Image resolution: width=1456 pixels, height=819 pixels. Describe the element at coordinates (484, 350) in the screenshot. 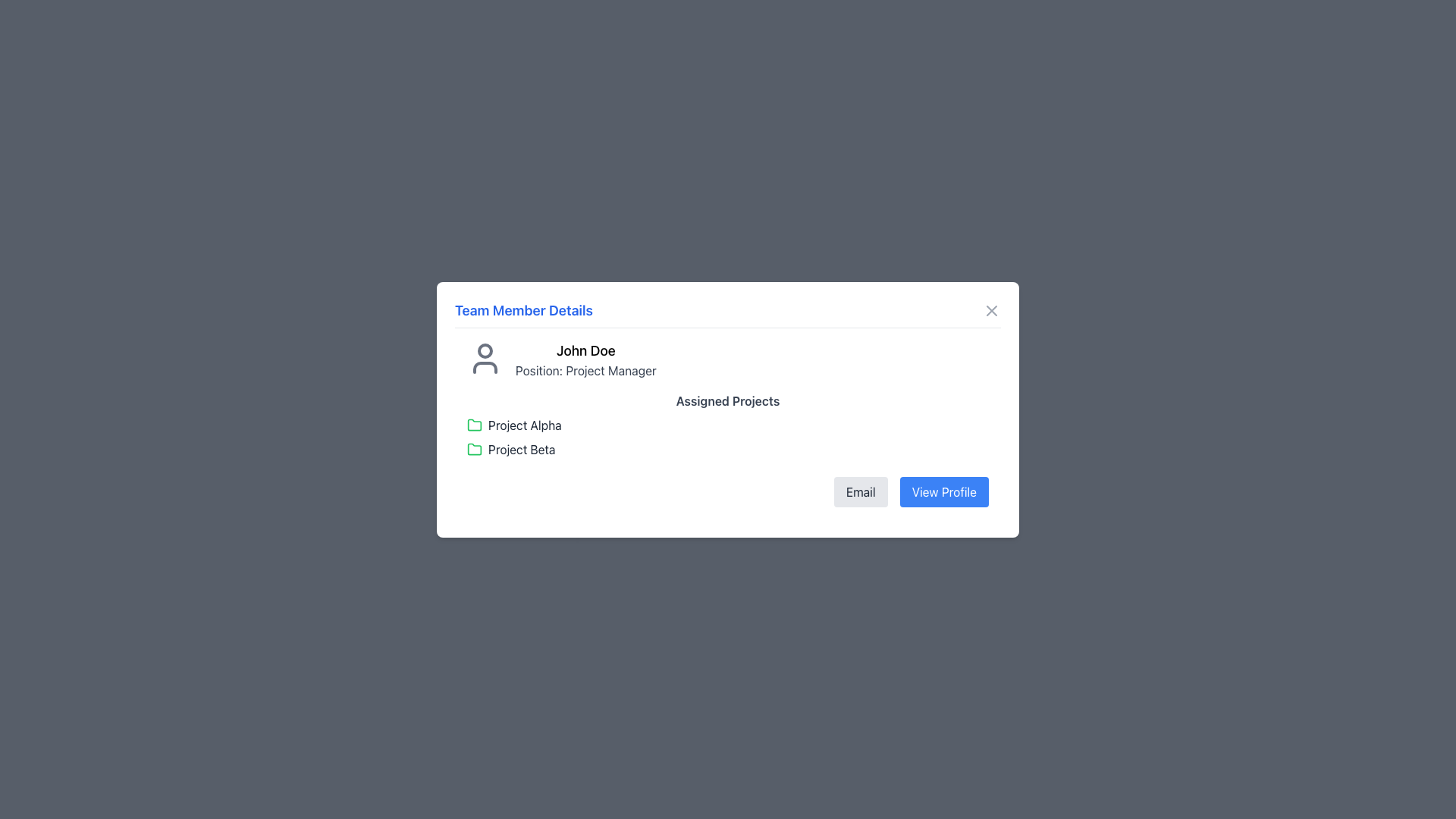

I see `the circular shape that represents the head in the user avatar icon, which is centrally located within the avatar's head icon` at that location.